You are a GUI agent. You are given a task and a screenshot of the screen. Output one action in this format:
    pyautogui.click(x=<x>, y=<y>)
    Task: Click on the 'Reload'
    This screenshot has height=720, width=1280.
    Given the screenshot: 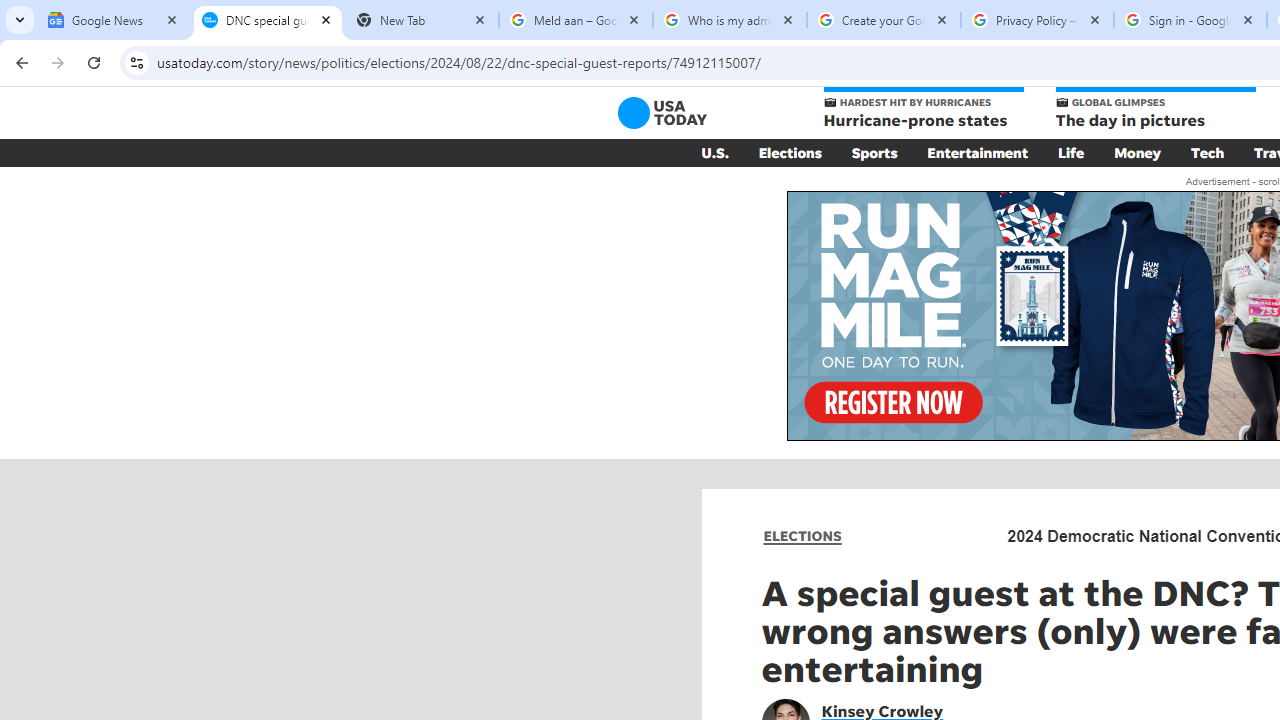 What is the action you would take?
    pyautogui.click(x=93, y=61)
    